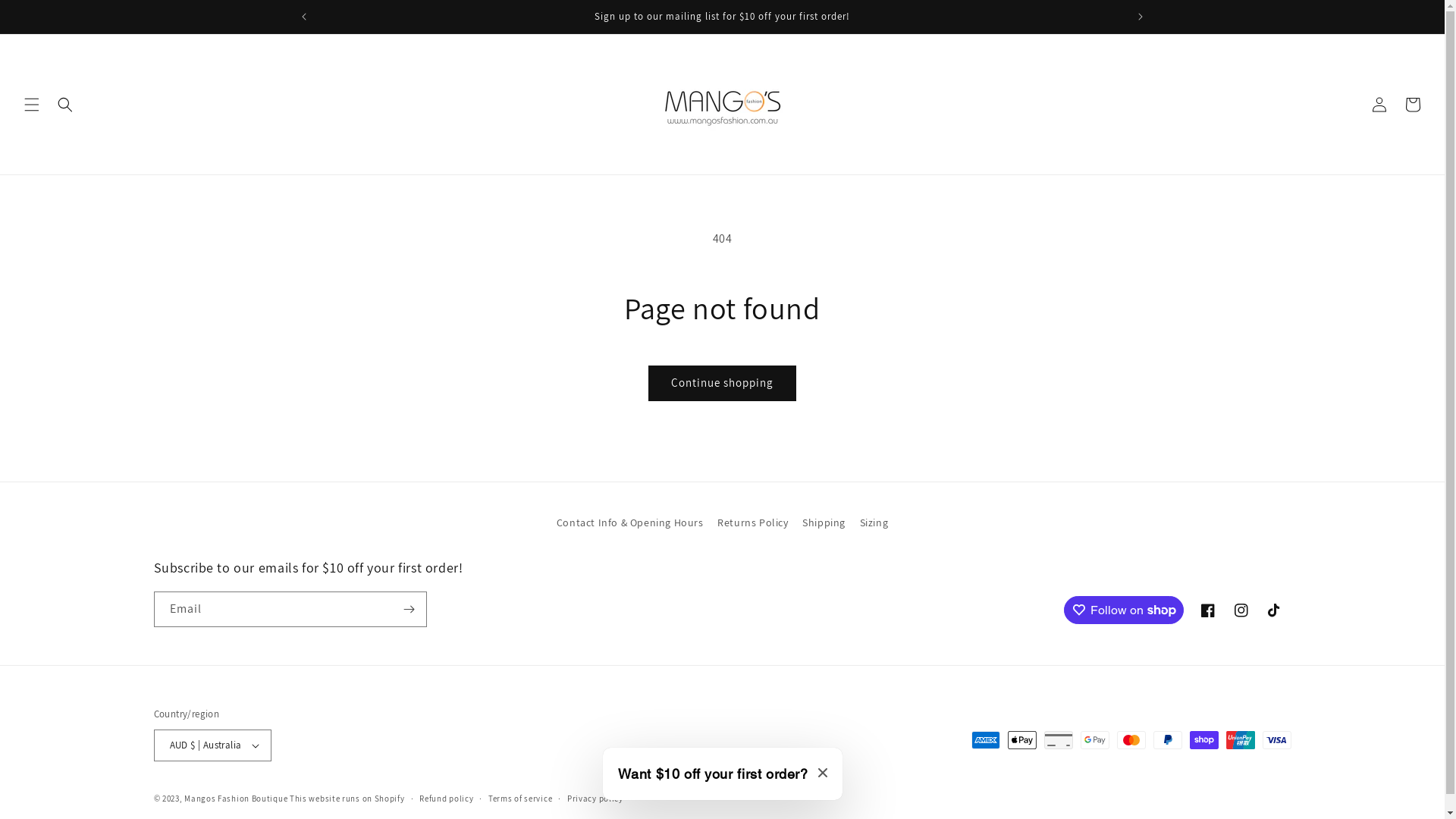 The height and width of the screenshot is (819, 1456). I want to click on 'Terms of service', so click(520, 798).